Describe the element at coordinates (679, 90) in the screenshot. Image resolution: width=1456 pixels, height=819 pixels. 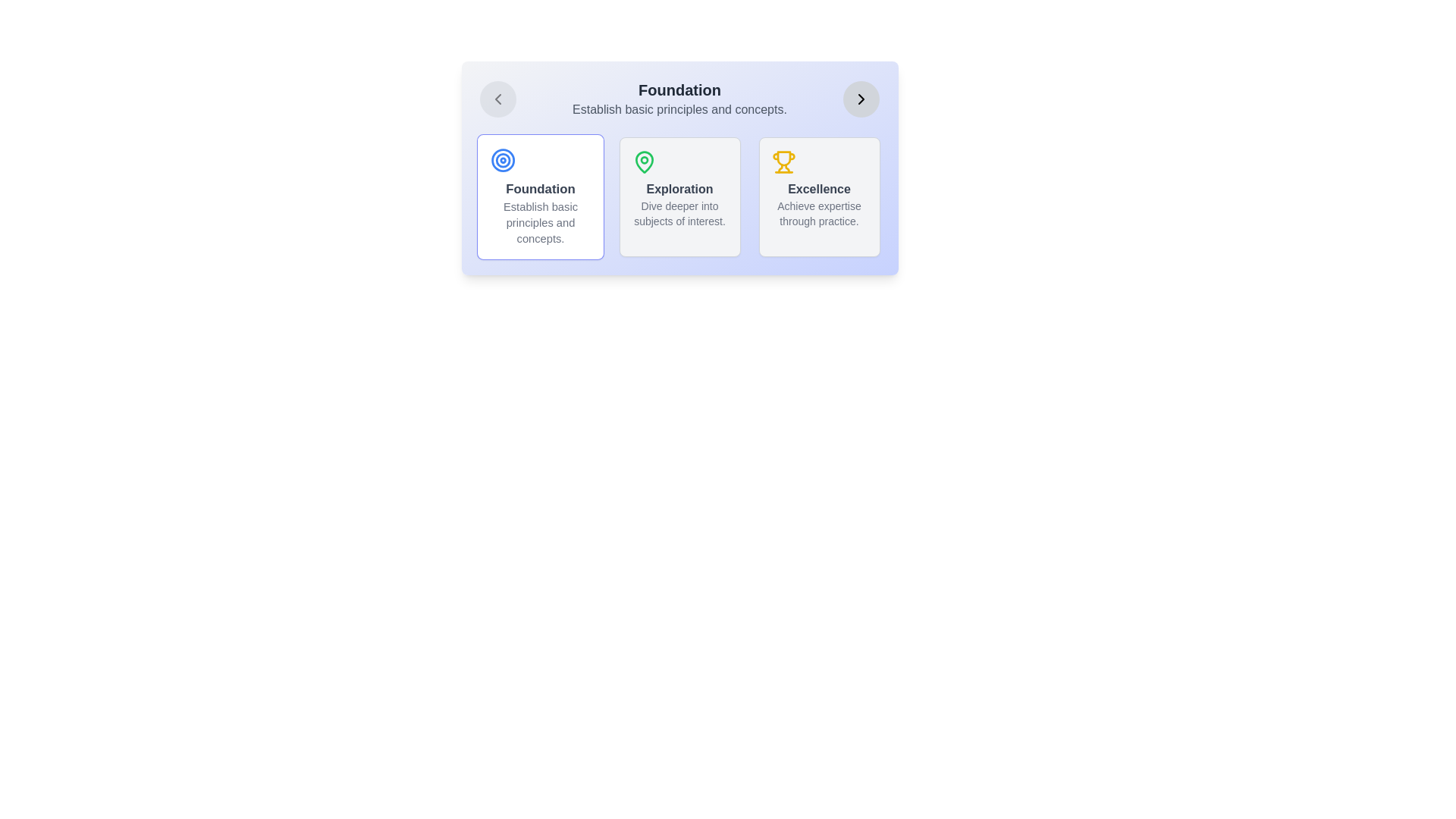
I see `the bold header text labeled 'Foundation', which is styled in dark gray and centrally aligned at the top of its section` at that location.